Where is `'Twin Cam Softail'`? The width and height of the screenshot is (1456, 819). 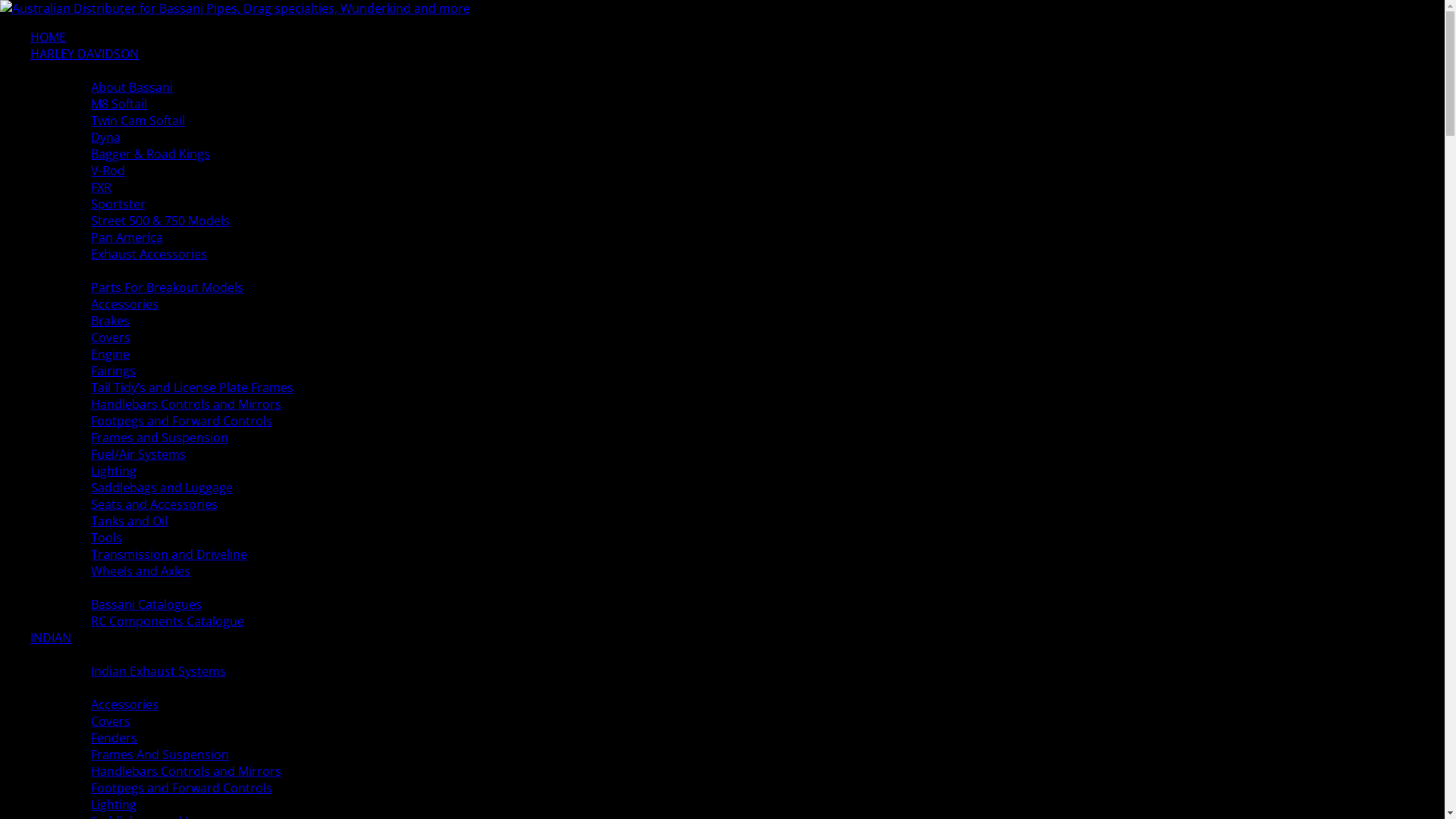
'Twin Cam Softail' is located at coordinates (90, 119).